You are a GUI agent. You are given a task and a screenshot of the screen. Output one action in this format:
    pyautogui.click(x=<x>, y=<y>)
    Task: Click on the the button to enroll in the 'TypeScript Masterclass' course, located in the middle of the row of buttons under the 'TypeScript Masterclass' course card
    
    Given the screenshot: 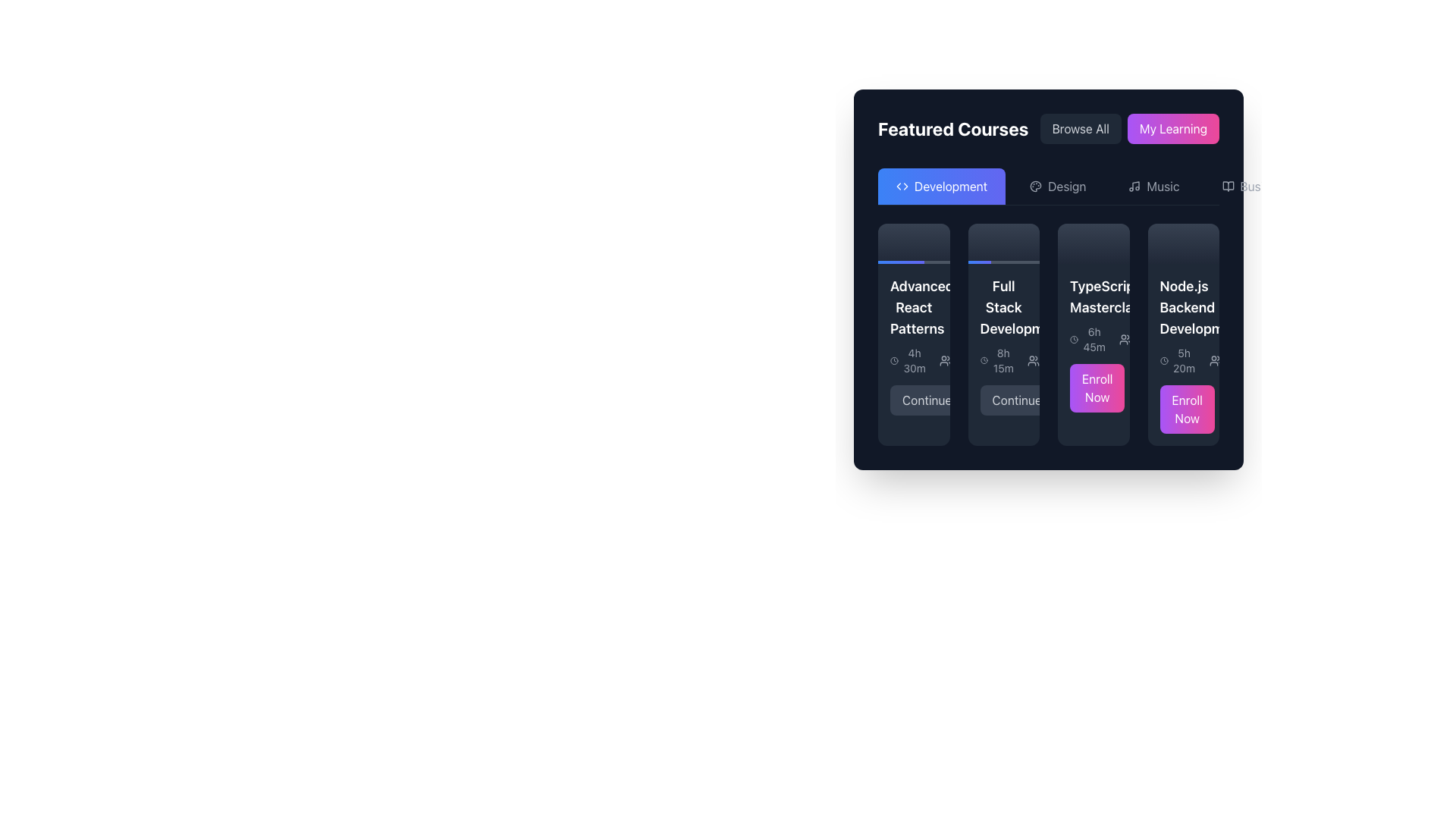 What is the action you would take?
    pyautogui.click(x=1097, y=388)
    